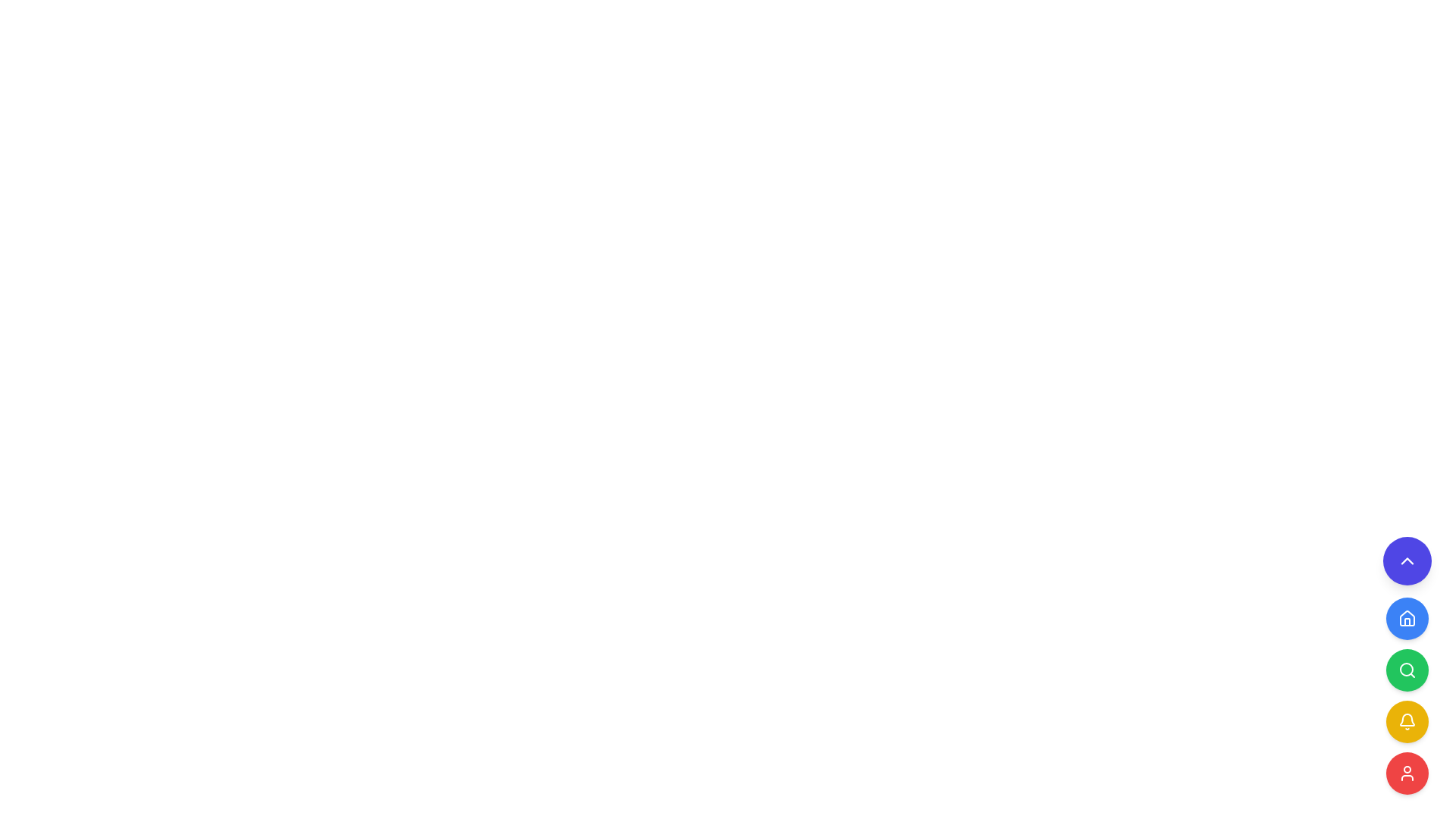  Describe the element at coordinates (1407, 561) in the screenshot. I see `the upward-pointing chevron icon embedded within the topmost purple circular button to receive potential feedback` at that location.